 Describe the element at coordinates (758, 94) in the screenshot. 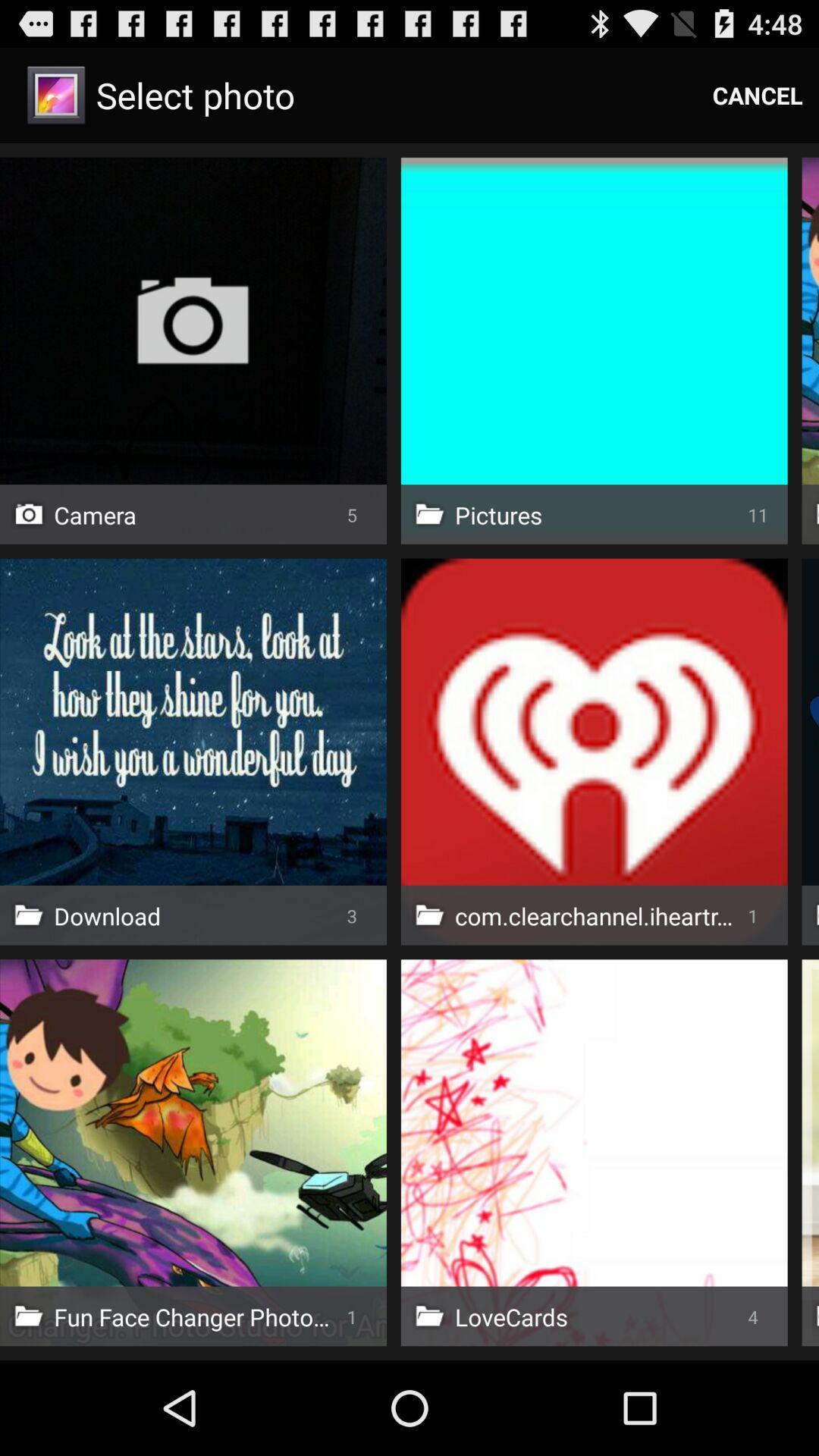

I see `the item to the right of select photo icon` at that location.